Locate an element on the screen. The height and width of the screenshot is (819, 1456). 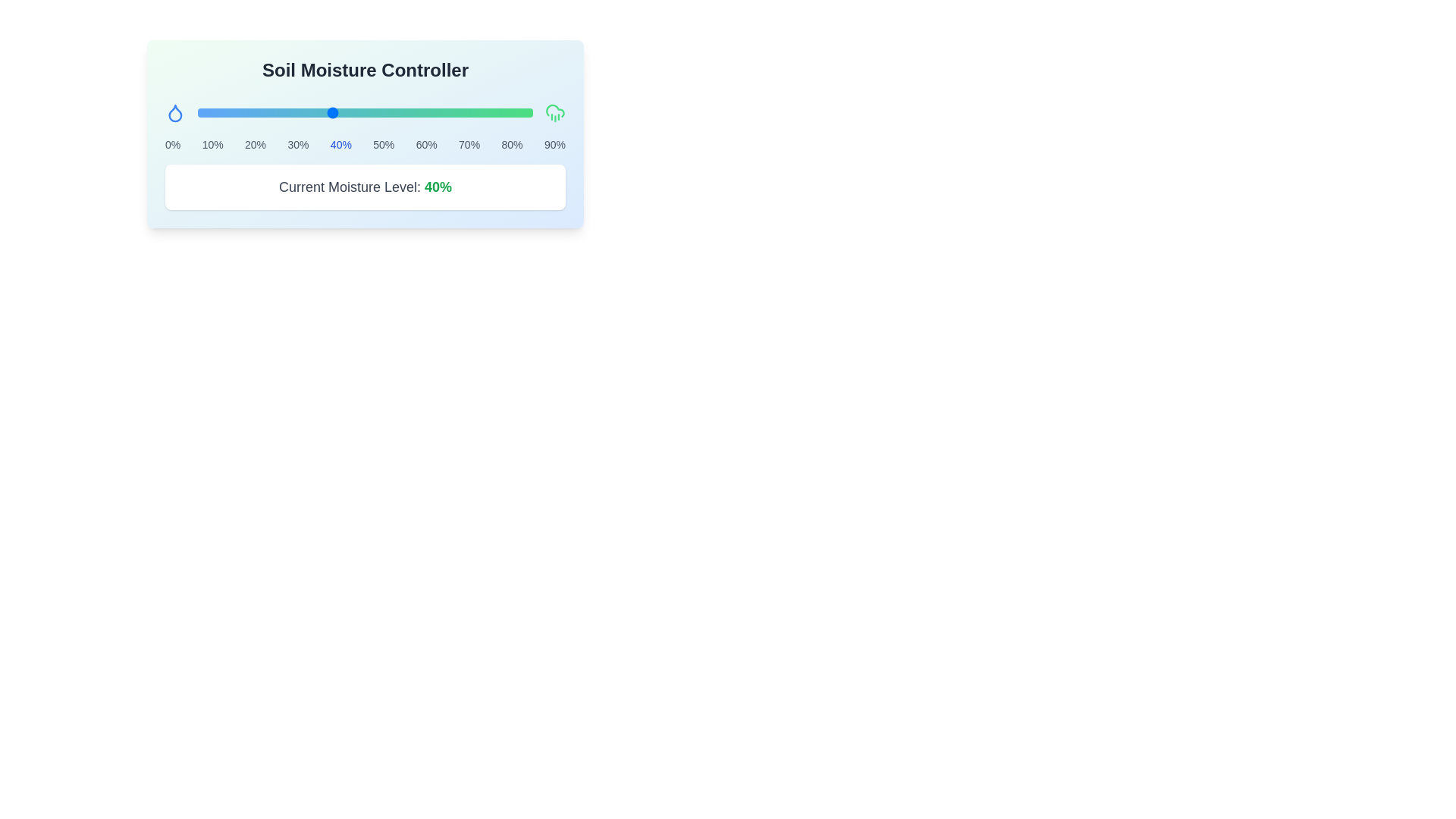
the slider to set the moisture level to 32% is located at coordinates (304, 112).